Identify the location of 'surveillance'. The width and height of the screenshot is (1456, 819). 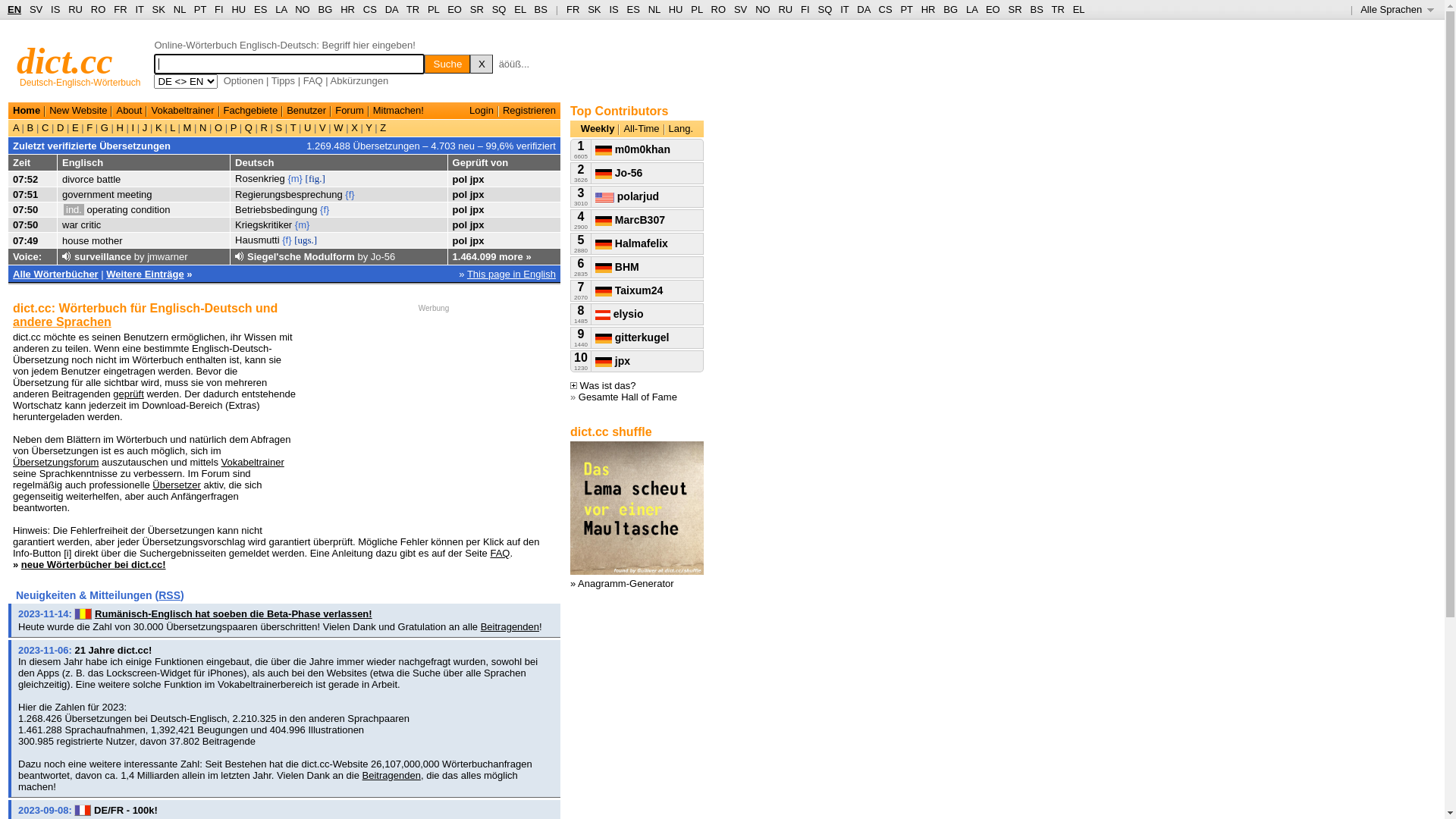
(102, 256).